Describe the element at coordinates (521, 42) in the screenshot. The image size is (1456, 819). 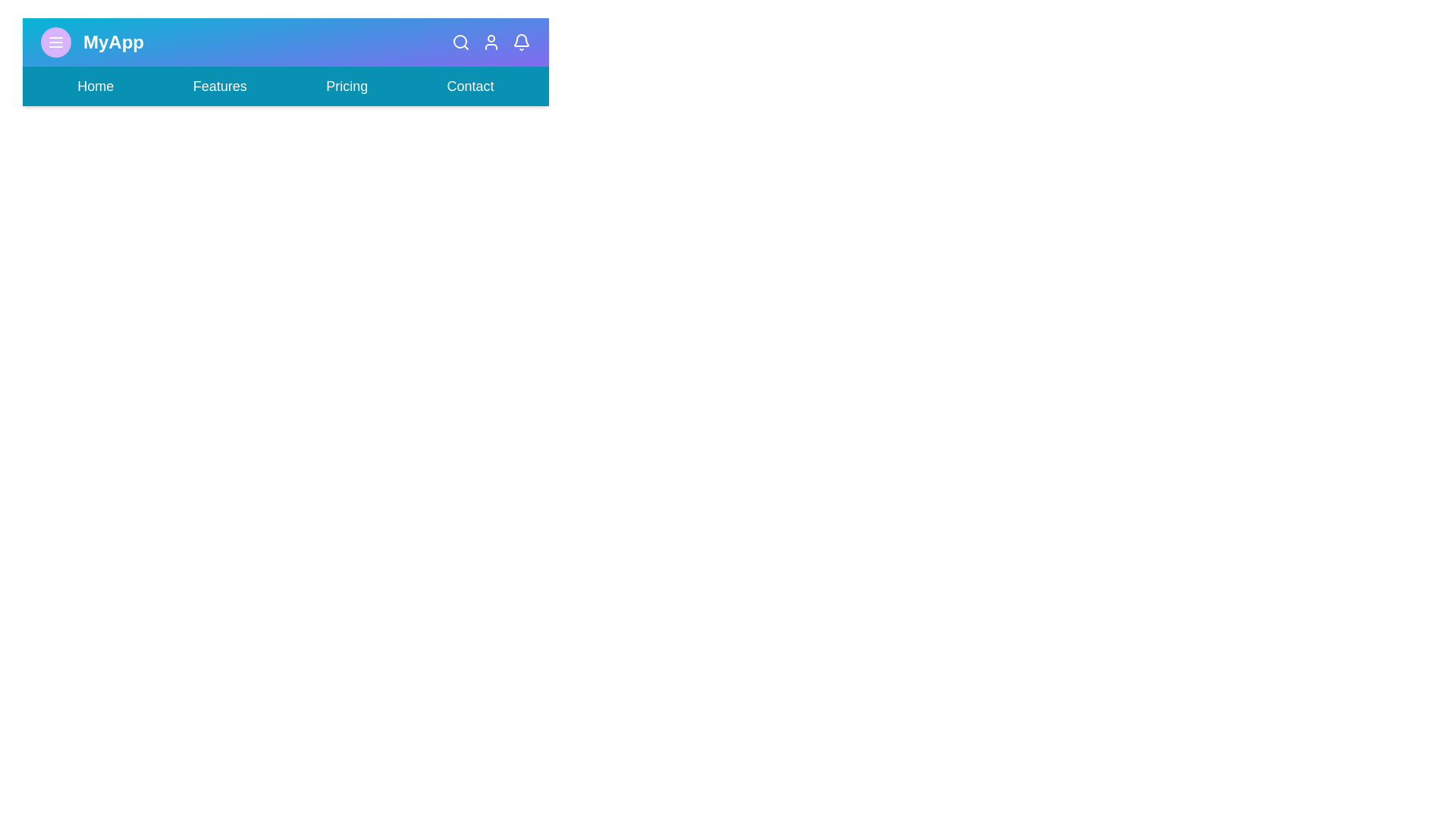
I see `the notification icon in the app bar` at that location.